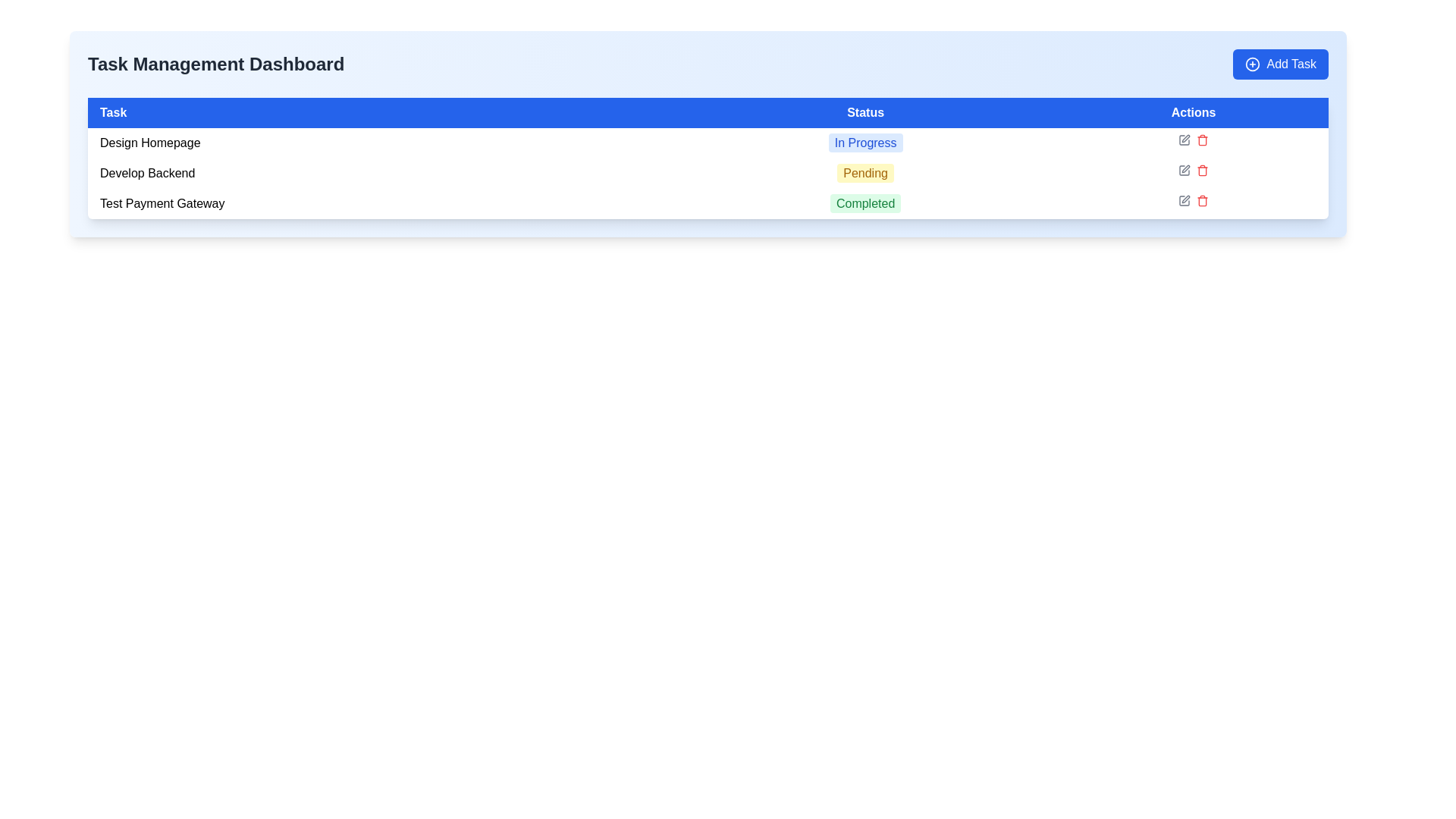  I want to click on the 'Add Task' button located in the top-right corner of the 'Task Management Dashboard', so click(1280, 63).